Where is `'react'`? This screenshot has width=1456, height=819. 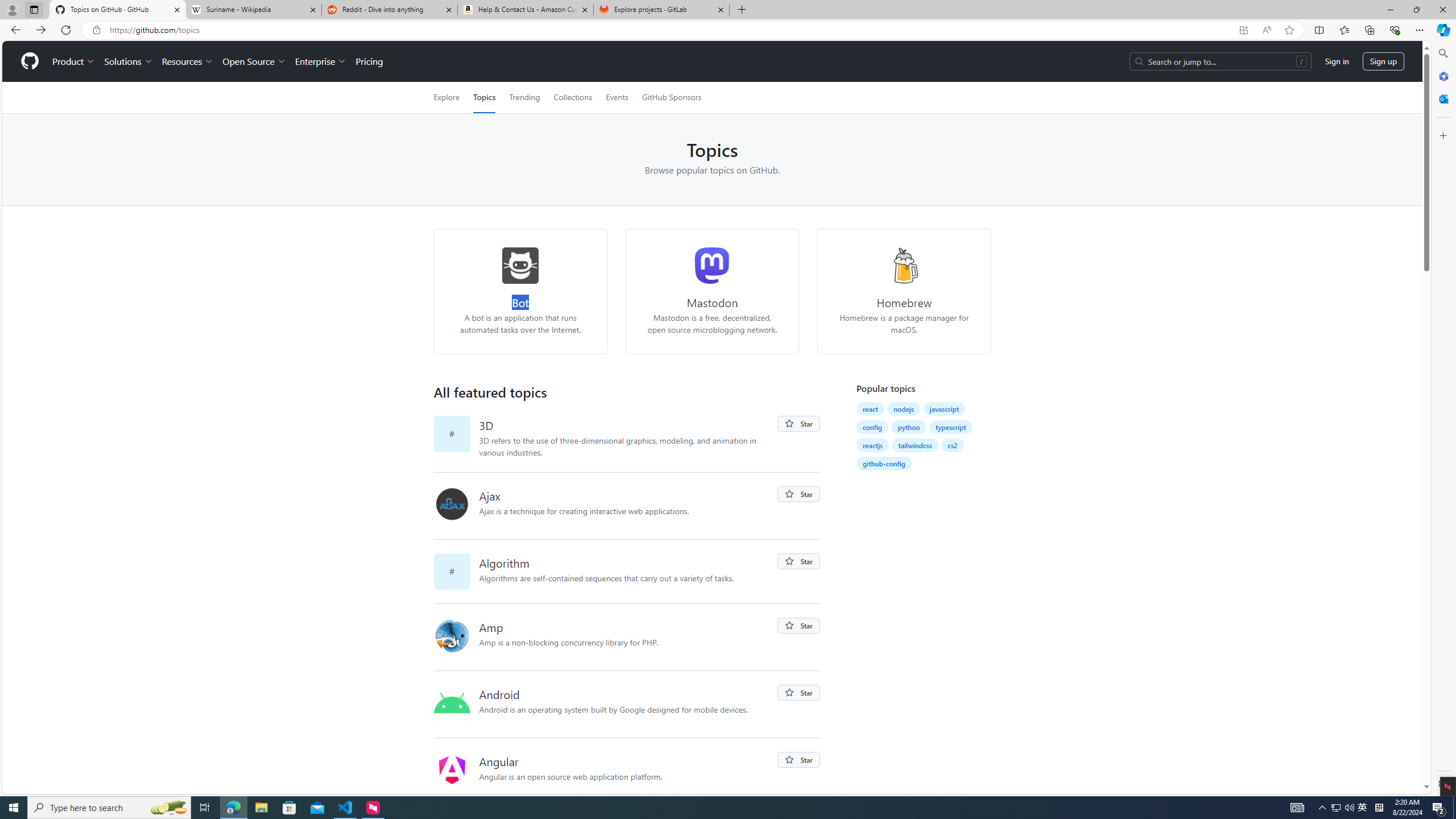 'react' is located at coordinates (870, 408).